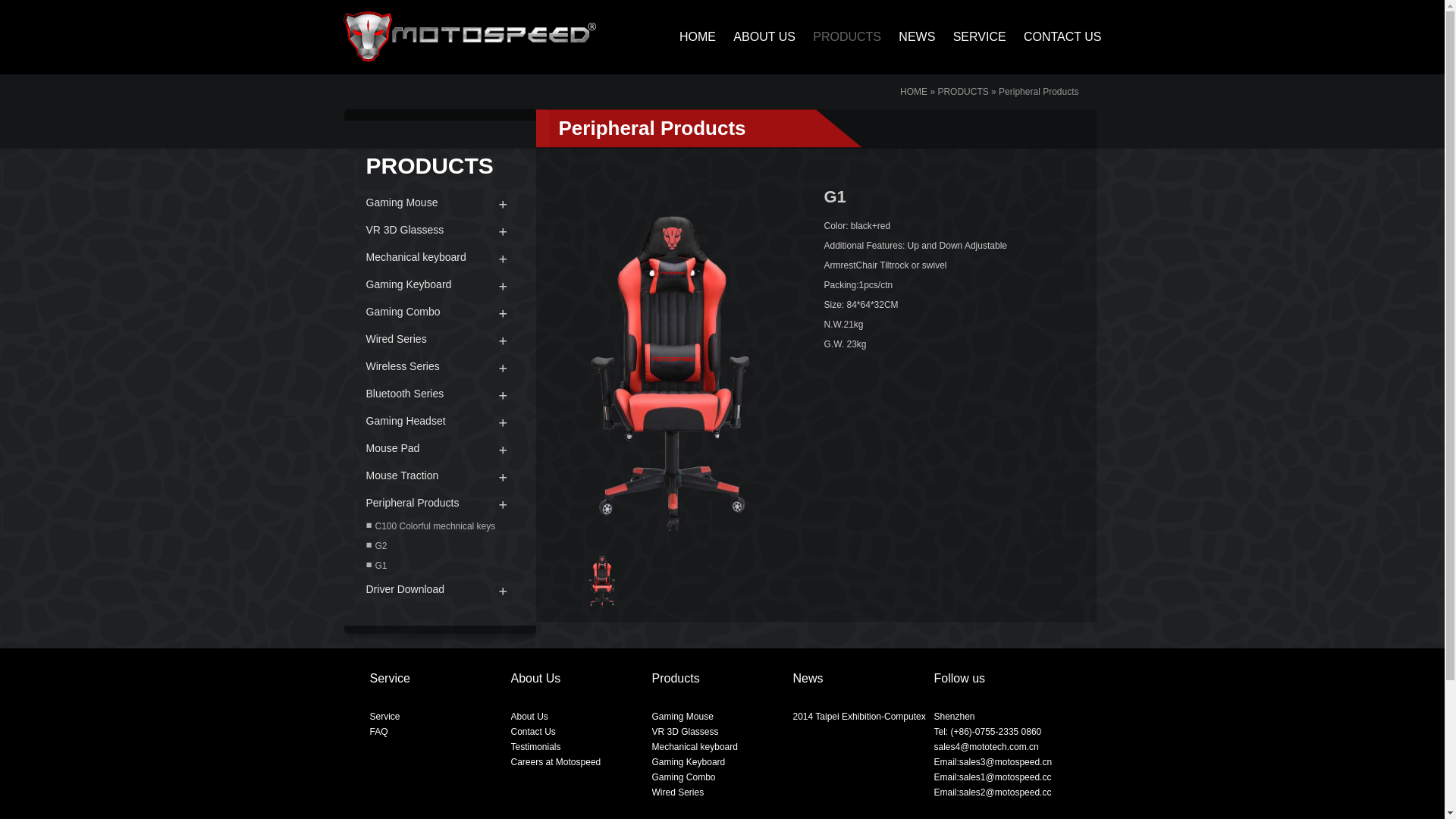 This screenshot has width=1456, height=819. I want to click on 'ABOUT US', so click(757, 36).